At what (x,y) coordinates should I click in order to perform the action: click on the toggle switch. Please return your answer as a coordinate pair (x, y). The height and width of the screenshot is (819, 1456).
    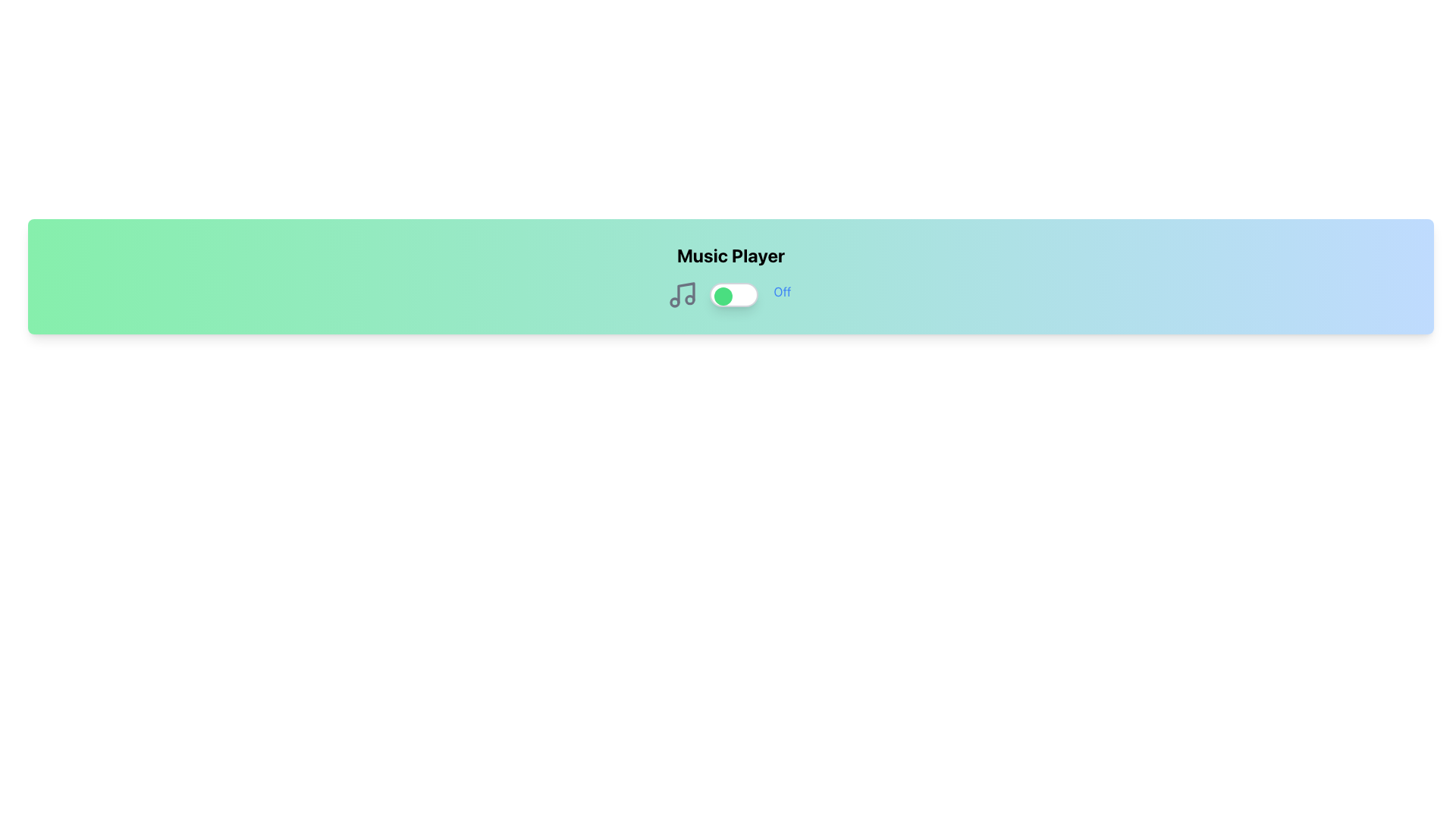
    Looking at the image, I should click on (709, 295).